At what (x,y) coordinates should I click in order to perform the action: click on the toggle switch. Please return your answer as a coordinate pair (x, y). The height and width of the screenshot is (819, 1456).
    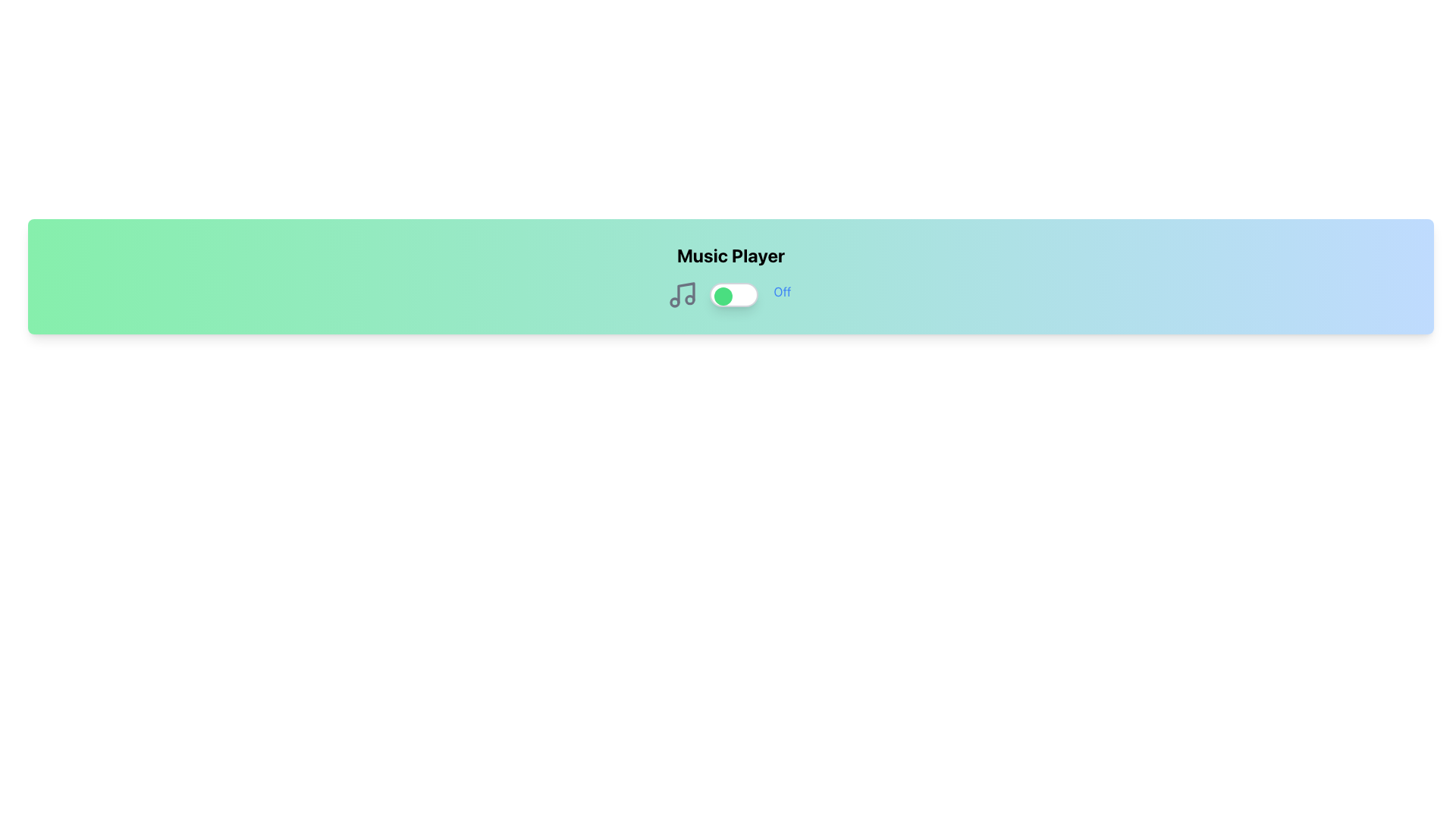
    Looking at the image, I should click on (709, 295).